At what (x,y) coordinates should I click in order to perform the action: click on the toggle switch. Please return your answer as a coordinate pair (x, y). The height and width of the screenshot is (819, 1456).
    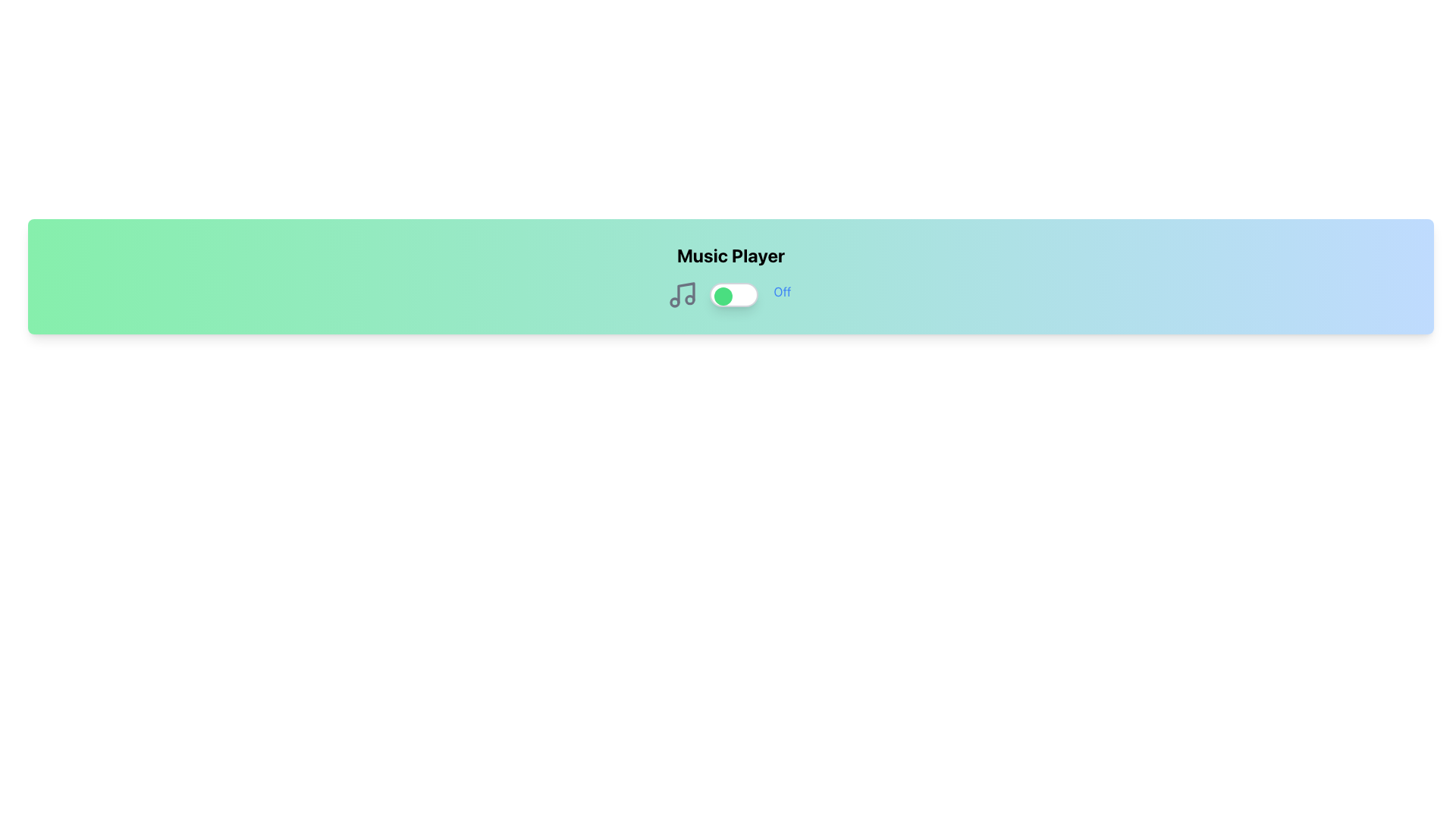
    Looking at the image, I should click on (709, 295).